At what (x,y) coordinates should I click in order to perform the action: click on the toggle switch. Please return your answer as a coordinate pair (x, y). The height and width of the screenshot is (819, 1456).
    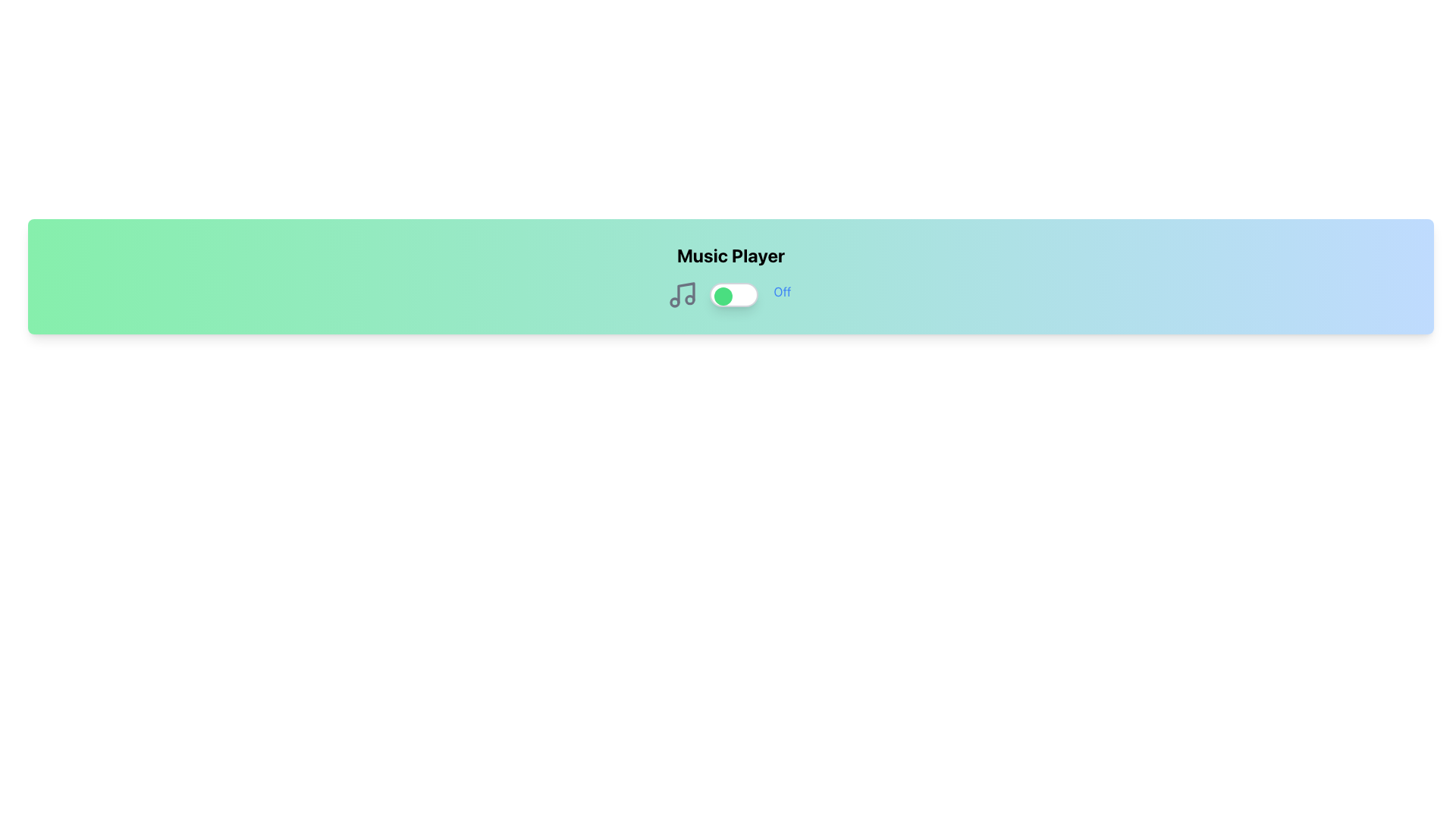
    Looking at the image, I should click on (709, 295).